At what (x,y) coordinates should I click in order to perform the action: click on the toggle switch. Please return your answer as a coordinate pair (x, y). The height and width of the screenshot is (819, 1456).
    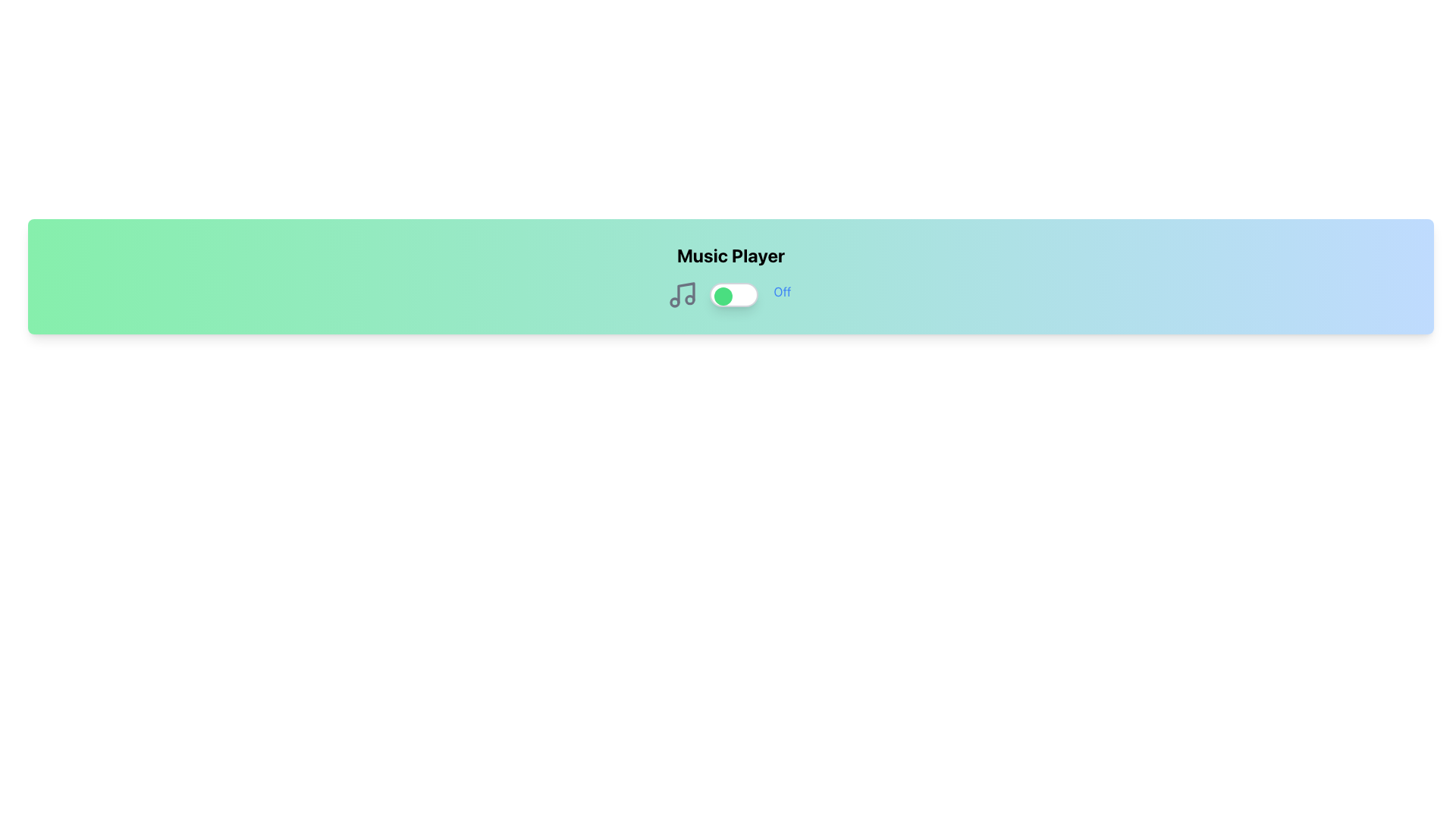
    Looking at the image, I should click on (709, 295).